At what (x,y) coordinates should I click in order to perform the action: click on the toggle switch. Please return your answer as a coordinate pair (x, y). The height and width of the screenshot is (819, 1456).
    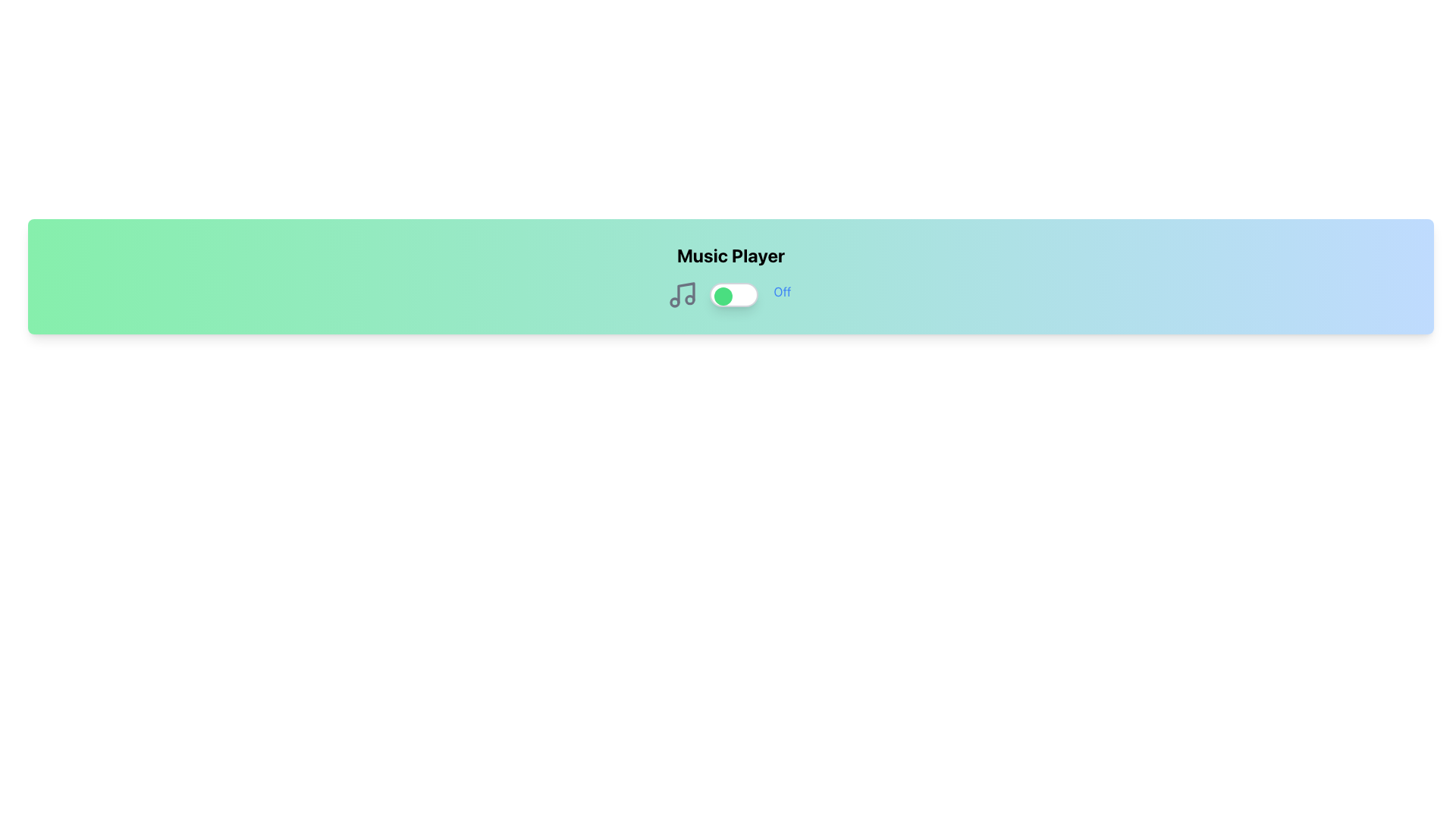
    Looking at the image, I should click on (709, 295).